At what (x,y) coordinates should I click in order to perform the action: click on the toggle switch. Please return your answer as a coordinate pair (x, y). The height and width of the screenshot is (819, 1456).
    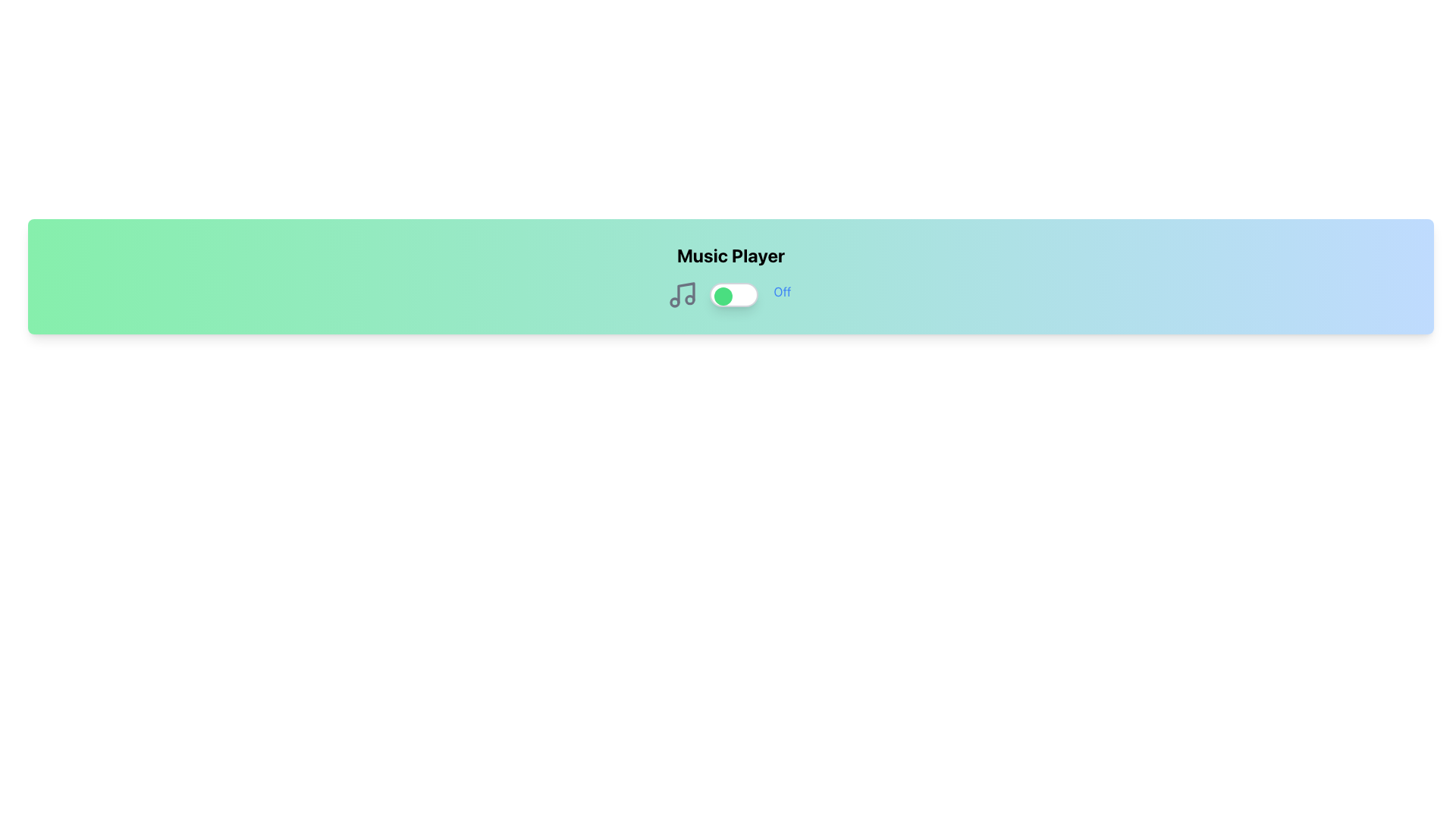
    Looking at the image, I should click on (709, 295).